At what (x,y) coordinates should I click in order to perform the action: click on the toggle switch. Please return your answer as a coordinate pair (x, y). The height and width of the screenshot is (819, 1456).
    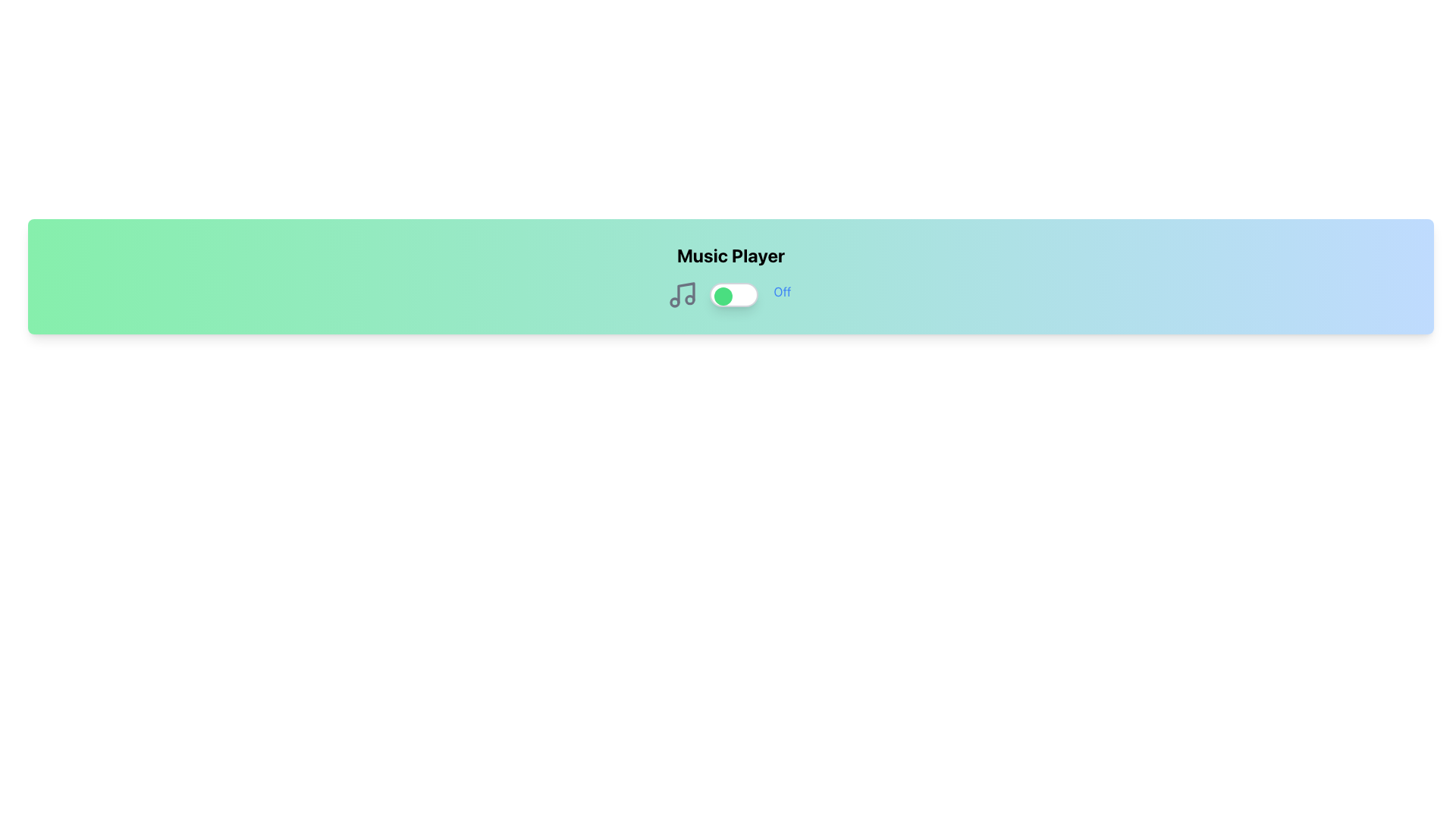
    Looking at the image, I should click on (709, 295).